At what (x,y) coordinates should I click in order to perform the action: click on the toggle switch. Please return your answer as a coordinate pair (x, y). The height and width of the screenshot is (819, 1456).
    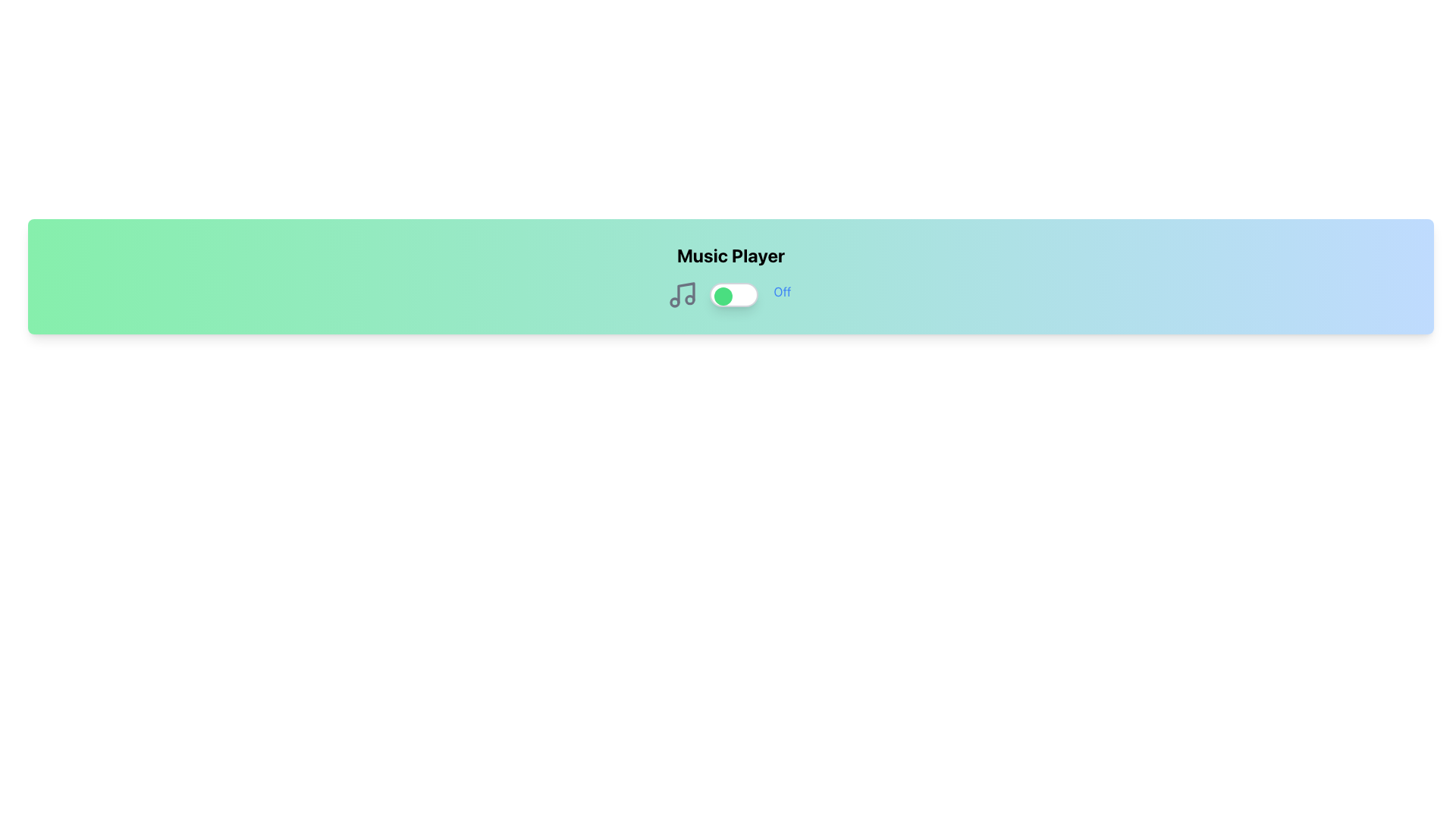
    Looking at the image, I should click on (709, 295).